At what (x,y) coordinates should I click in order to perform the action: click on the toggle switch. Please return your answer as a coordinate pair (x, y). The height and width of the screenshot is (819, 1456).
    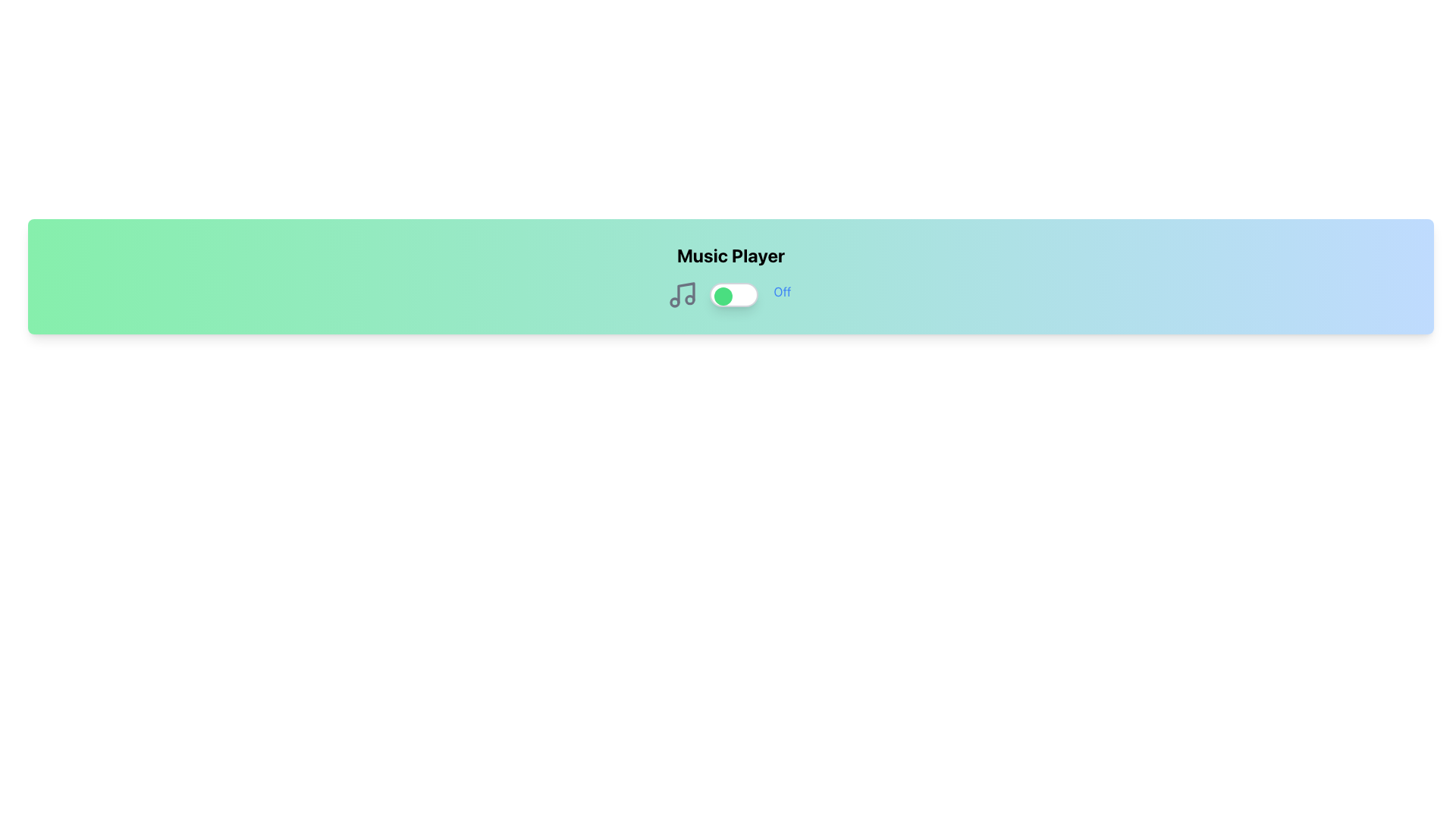
    Looking at the image, I should click on (709, 295).